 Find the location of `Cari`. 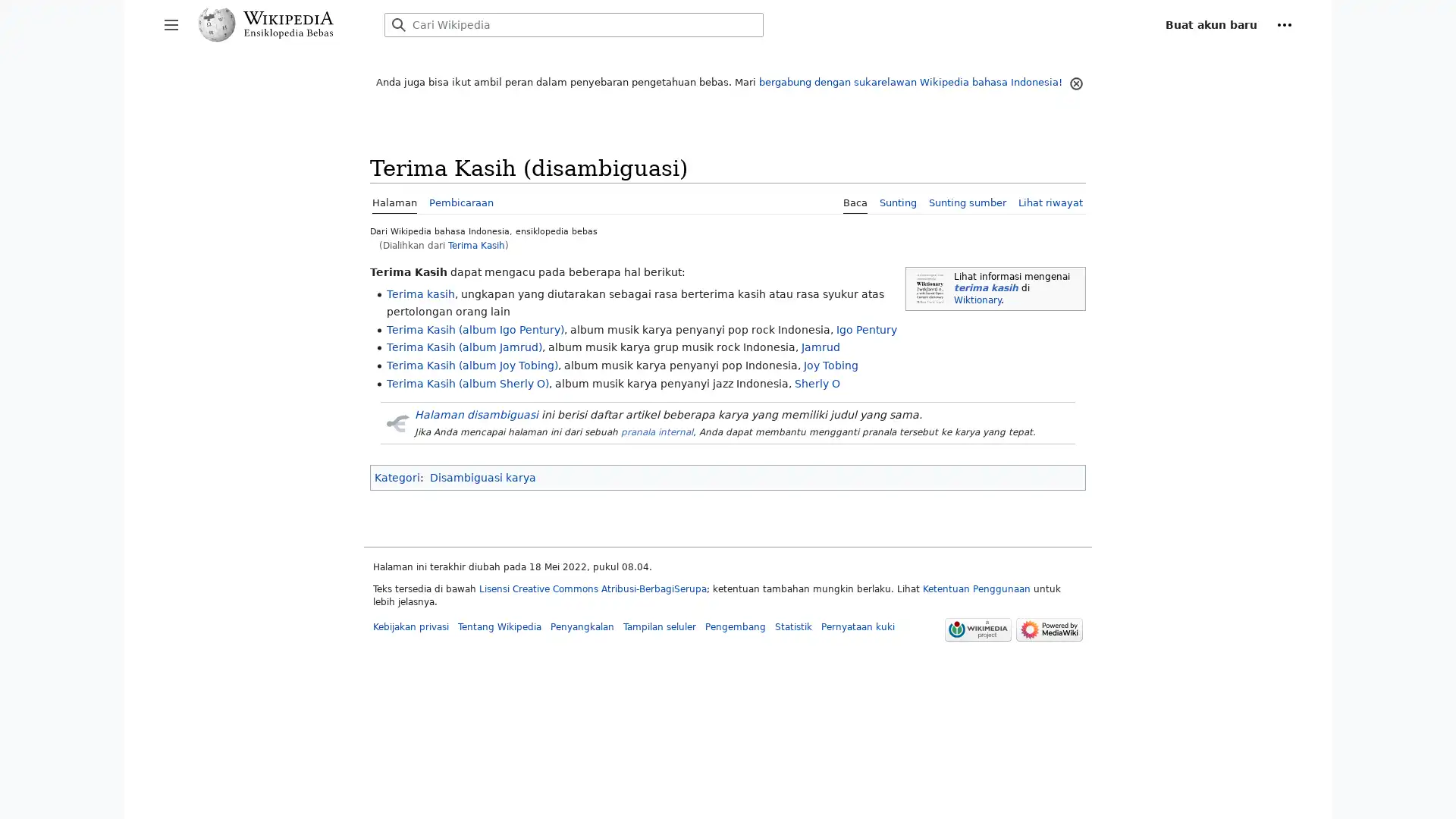

Cari is located at coordinates (399, 25).